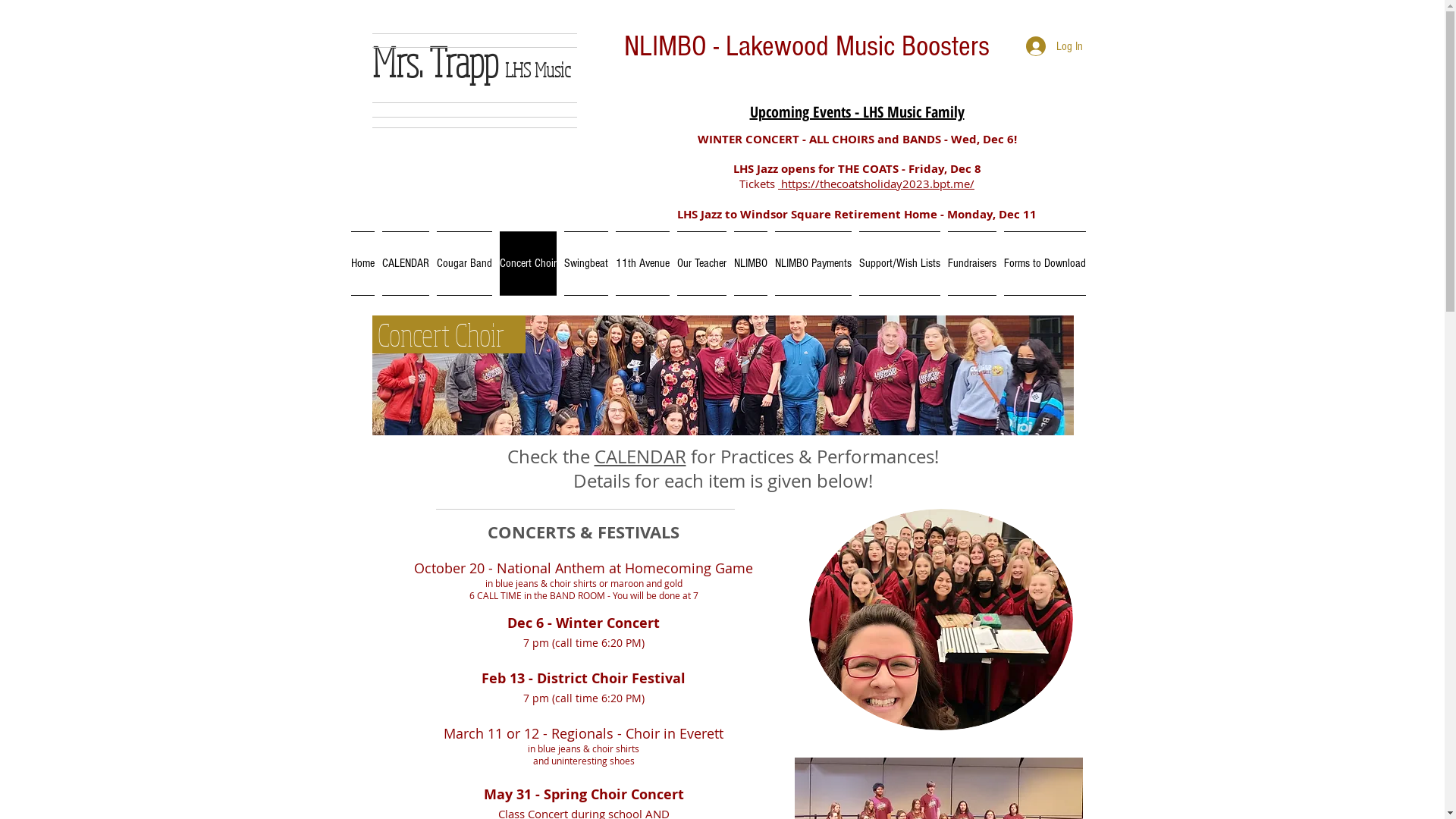 Image resolution: width=1456 pixels, height=819 pixels. What do you see at coordinates (528, 262) in the screenshot?
I see `'Concert Choir'` at bounding box center [528, 262].